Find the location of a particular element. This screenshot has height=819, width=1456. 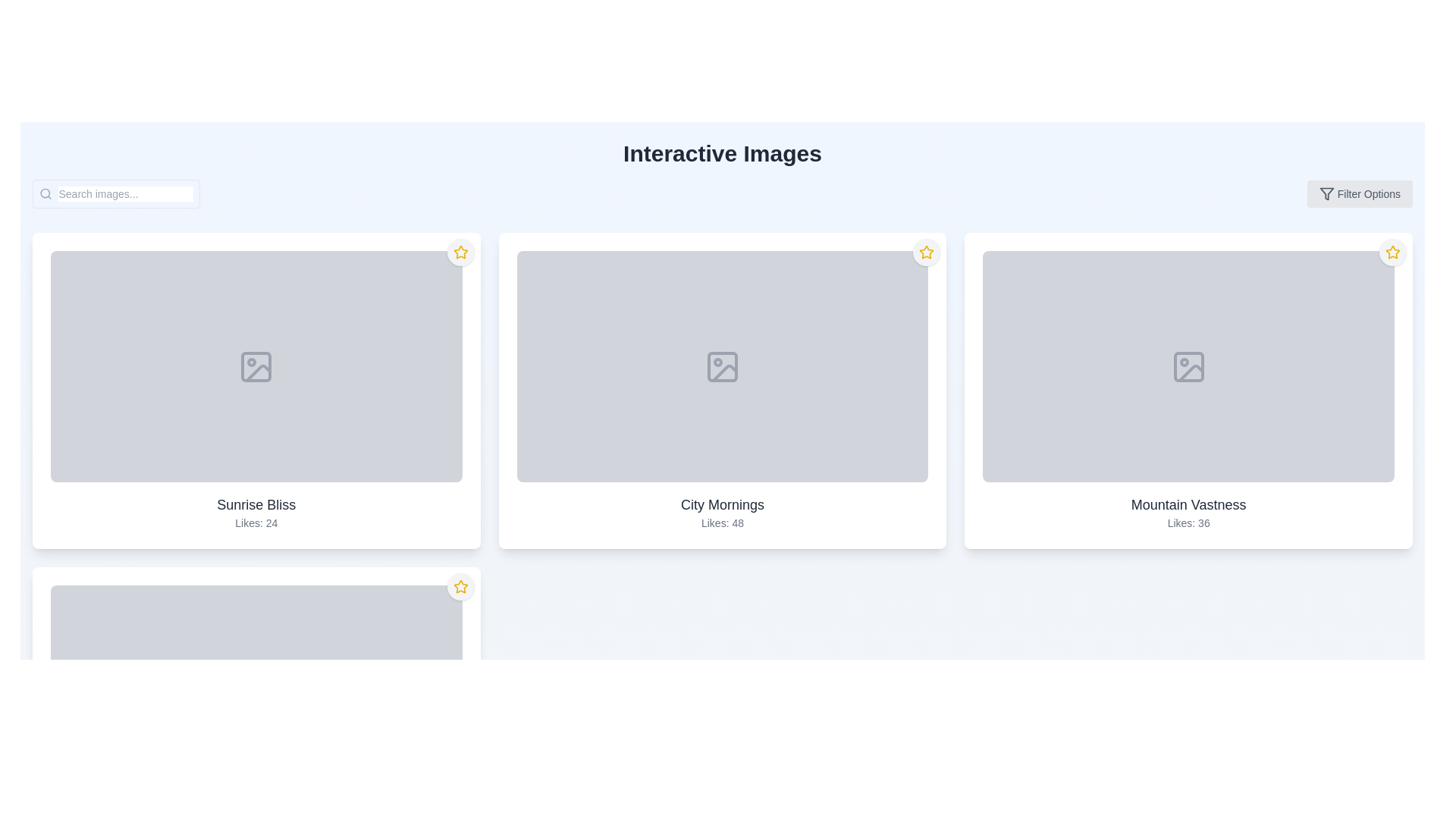

the star icon button with a light gray background in the top-right corner of the 'Mountain Vastness' card is located at coordinates (1393, 251).